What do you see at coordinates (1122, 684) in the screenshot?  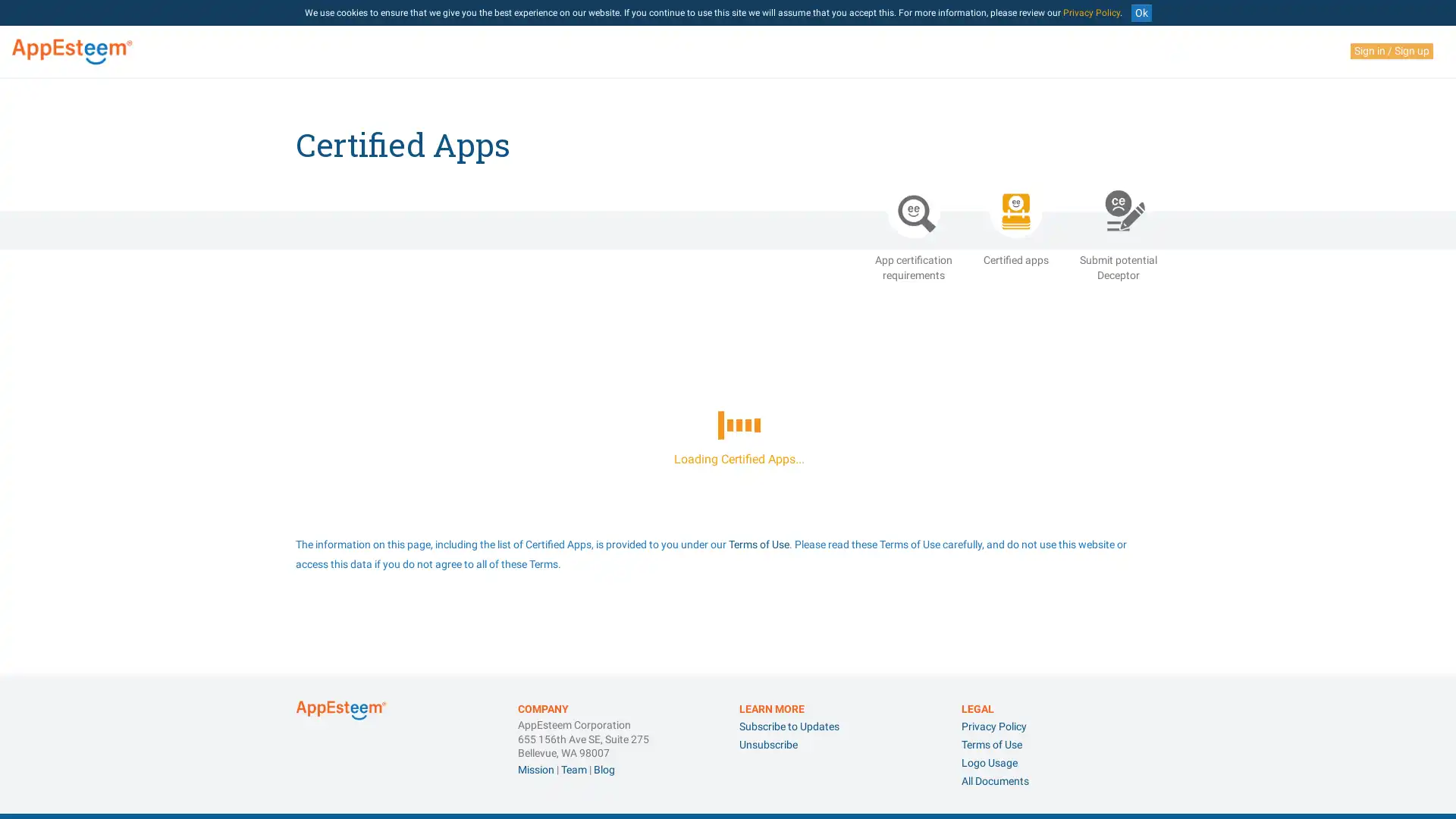 I see `read more` at bounding box center [1122, 684].